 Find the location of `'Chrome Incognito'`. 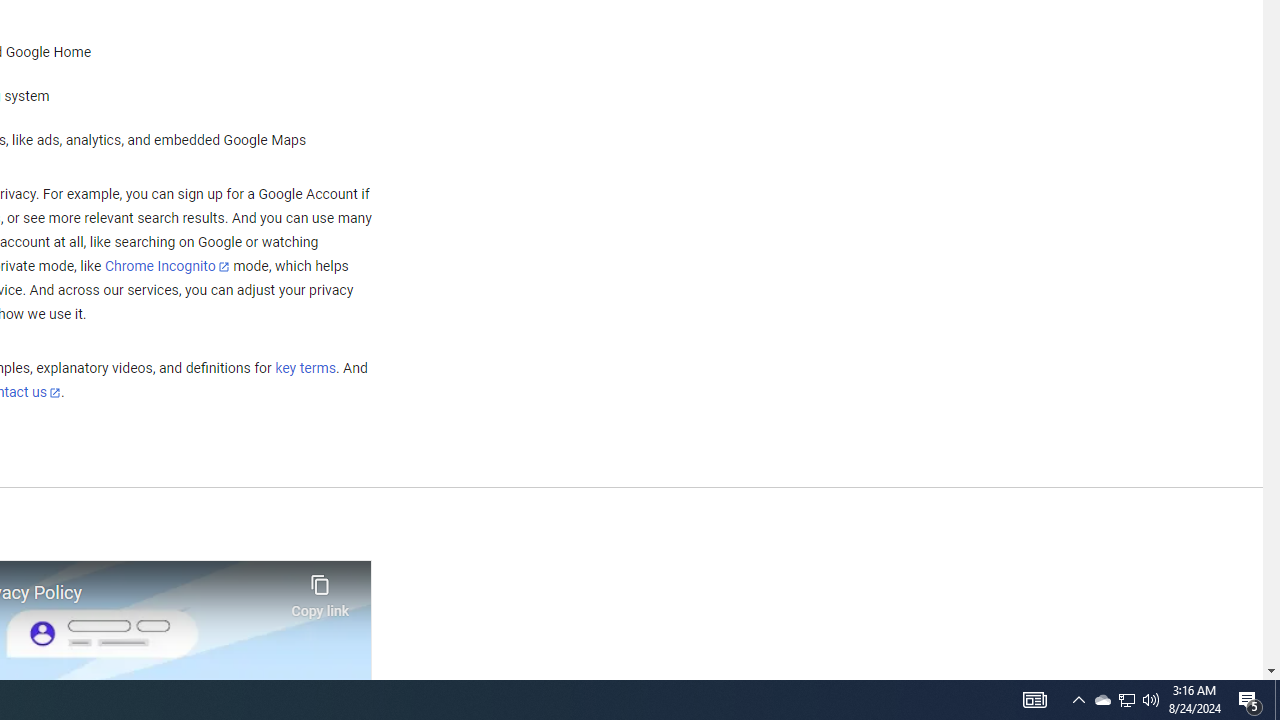

'Chrome Incognito' is located at coordinates (167, 265).